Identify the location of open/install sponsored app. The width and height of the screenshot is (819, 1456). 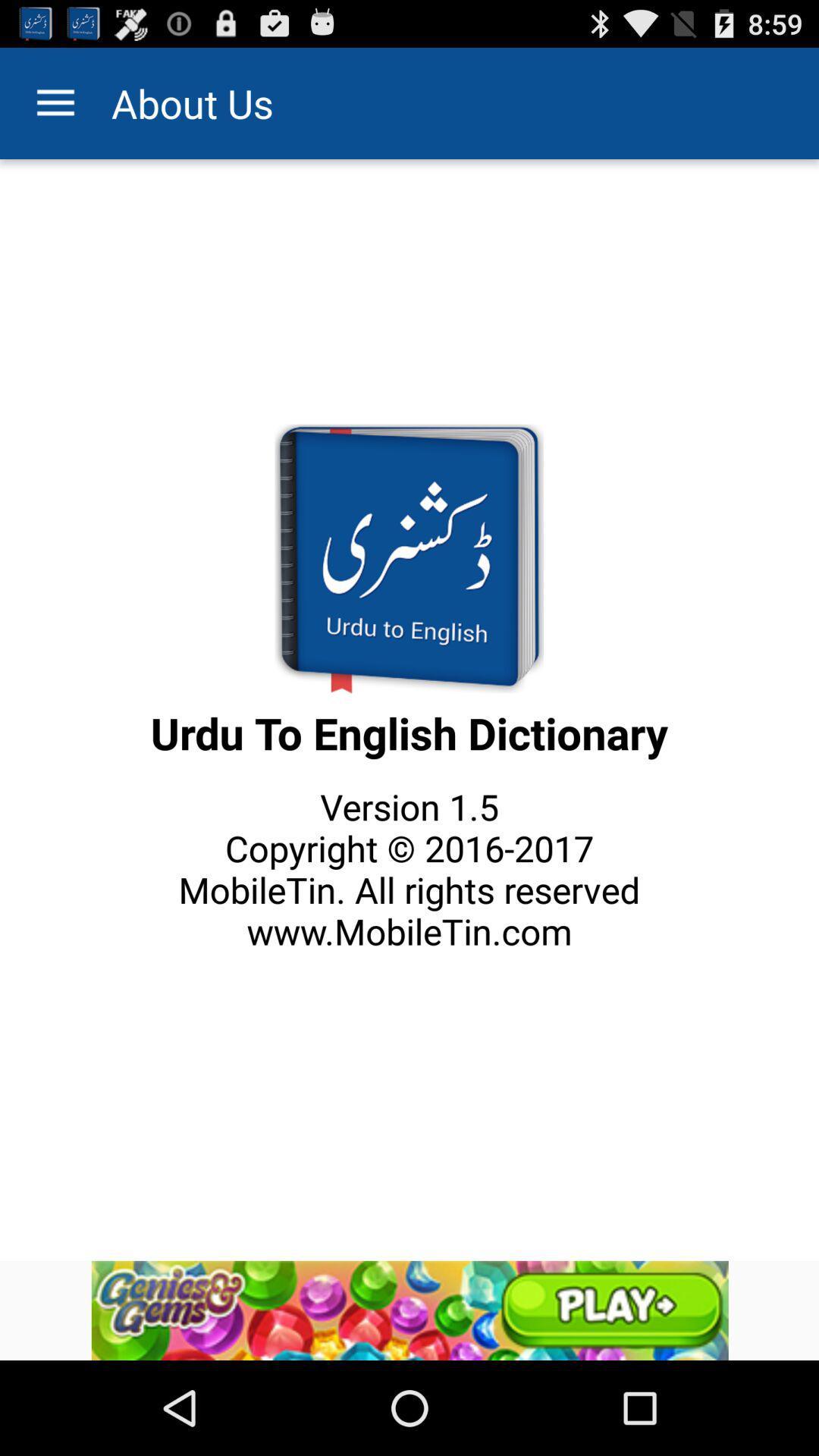
(409, 1310).